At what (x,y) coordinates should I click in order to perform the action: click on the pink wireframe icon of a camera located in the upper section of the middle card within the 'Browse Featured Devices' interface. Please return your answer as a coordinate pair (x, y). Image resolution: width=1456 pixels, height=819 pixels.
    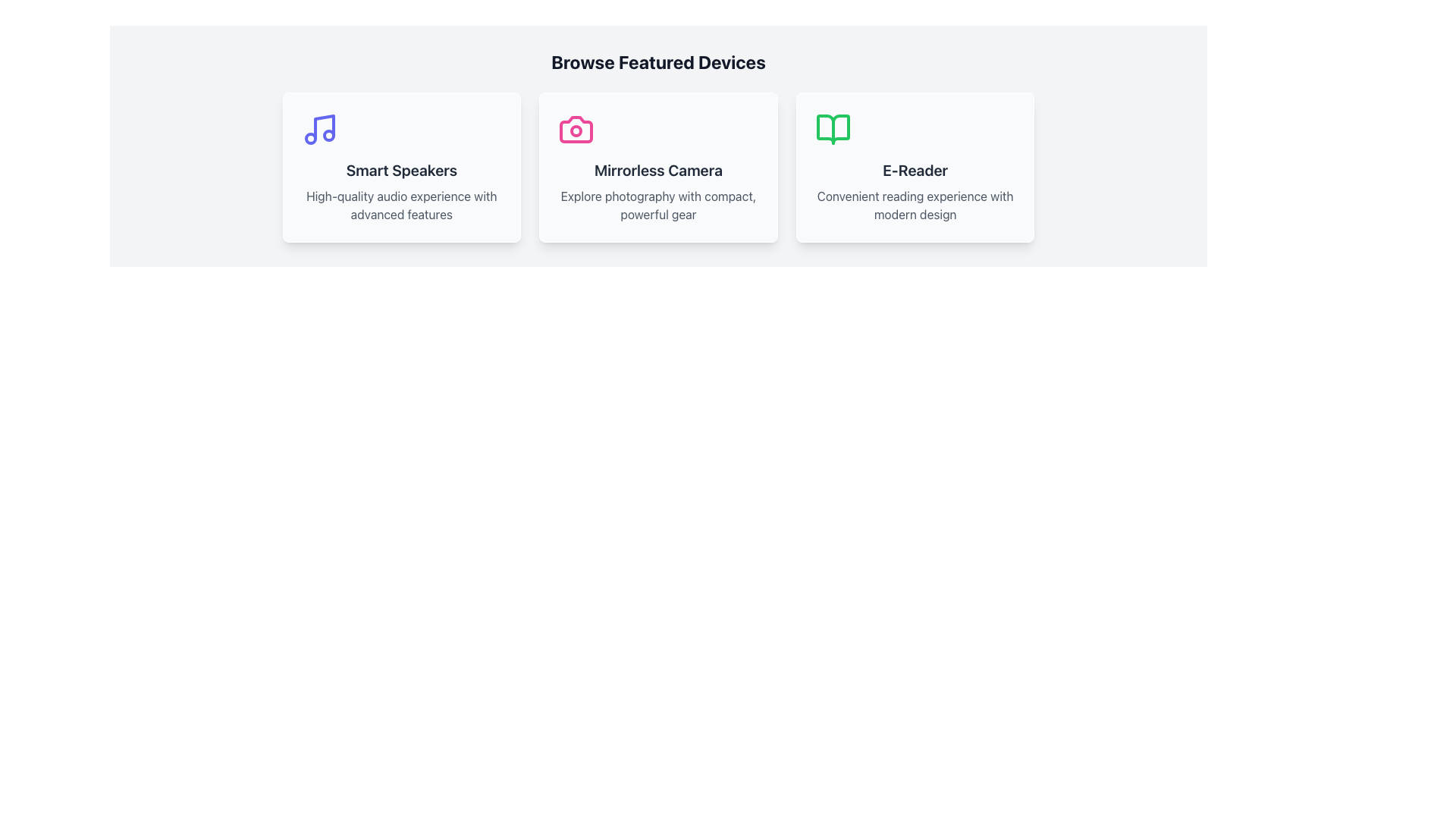
    Looking at the image, I should click on (576, 128).